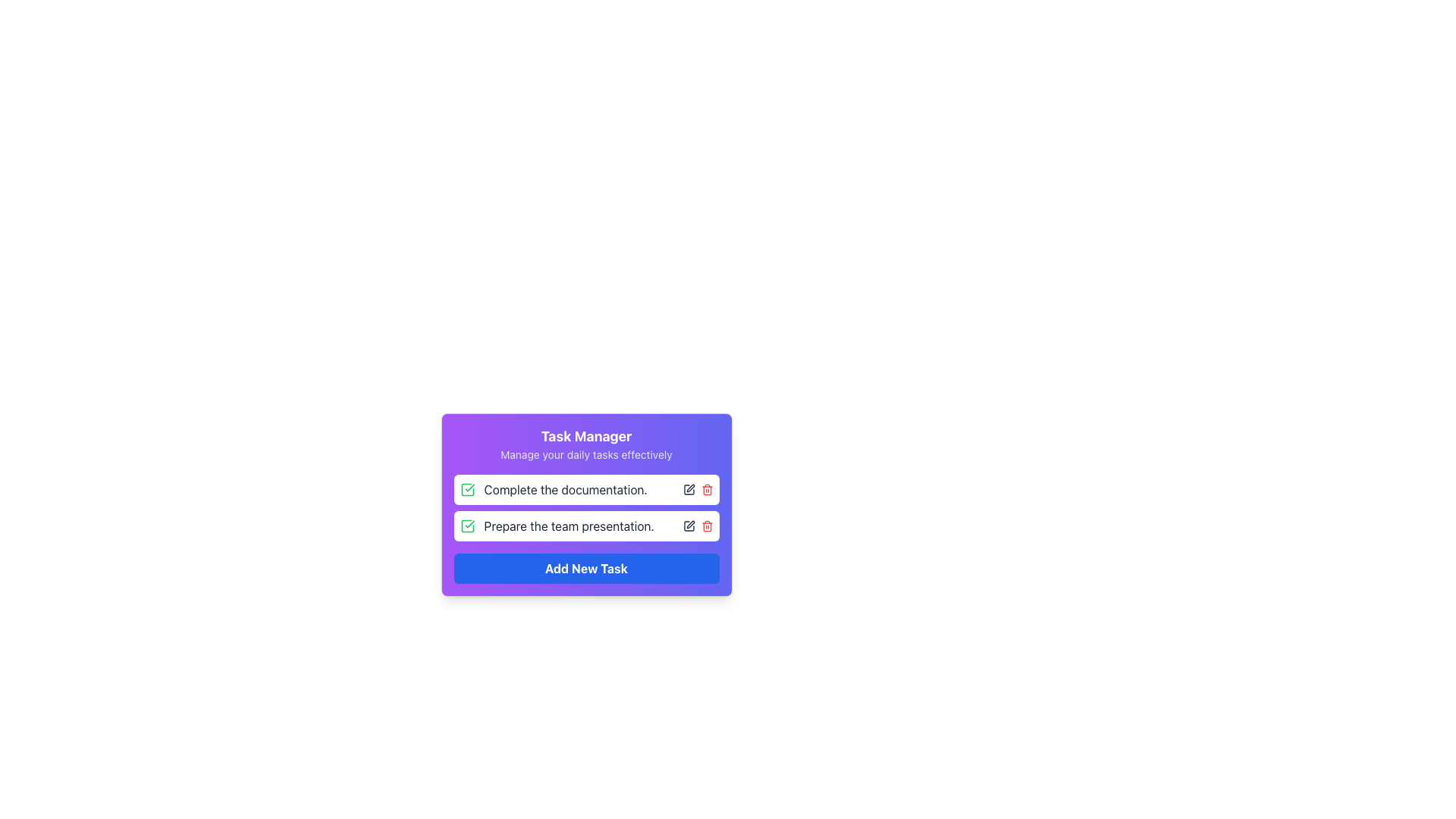  Describe the element at coordinates (585, 454) in the screenshot. I see `the static text element that provides a descriptive tagline about the 'Task Manager', located directly below the title and centrally positioned in the widget` at that location.